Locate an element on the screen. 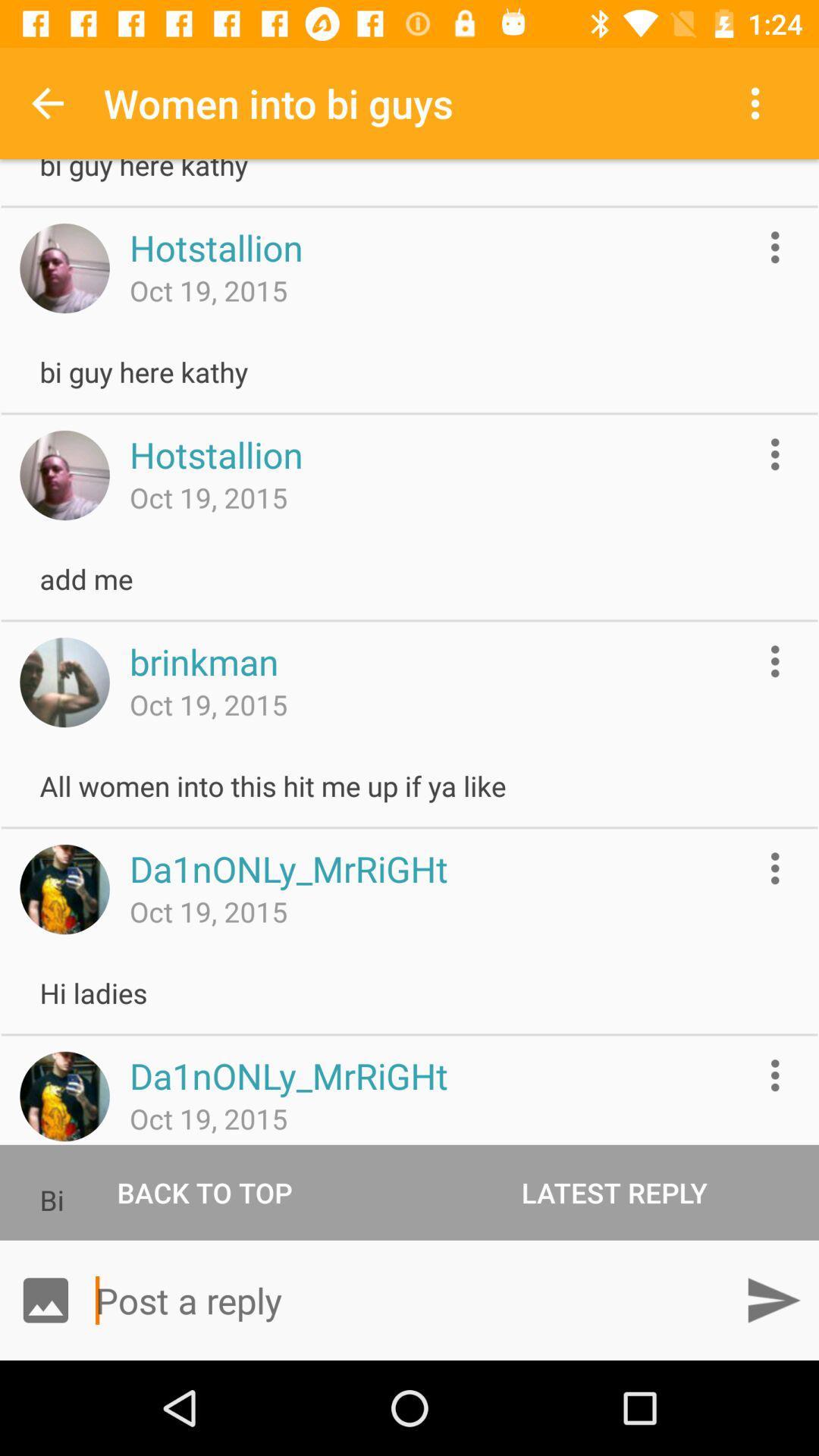 This screenshot has height=1456, width=819. the icon above oct 19, 2015 is located at coordinates (203, 661).